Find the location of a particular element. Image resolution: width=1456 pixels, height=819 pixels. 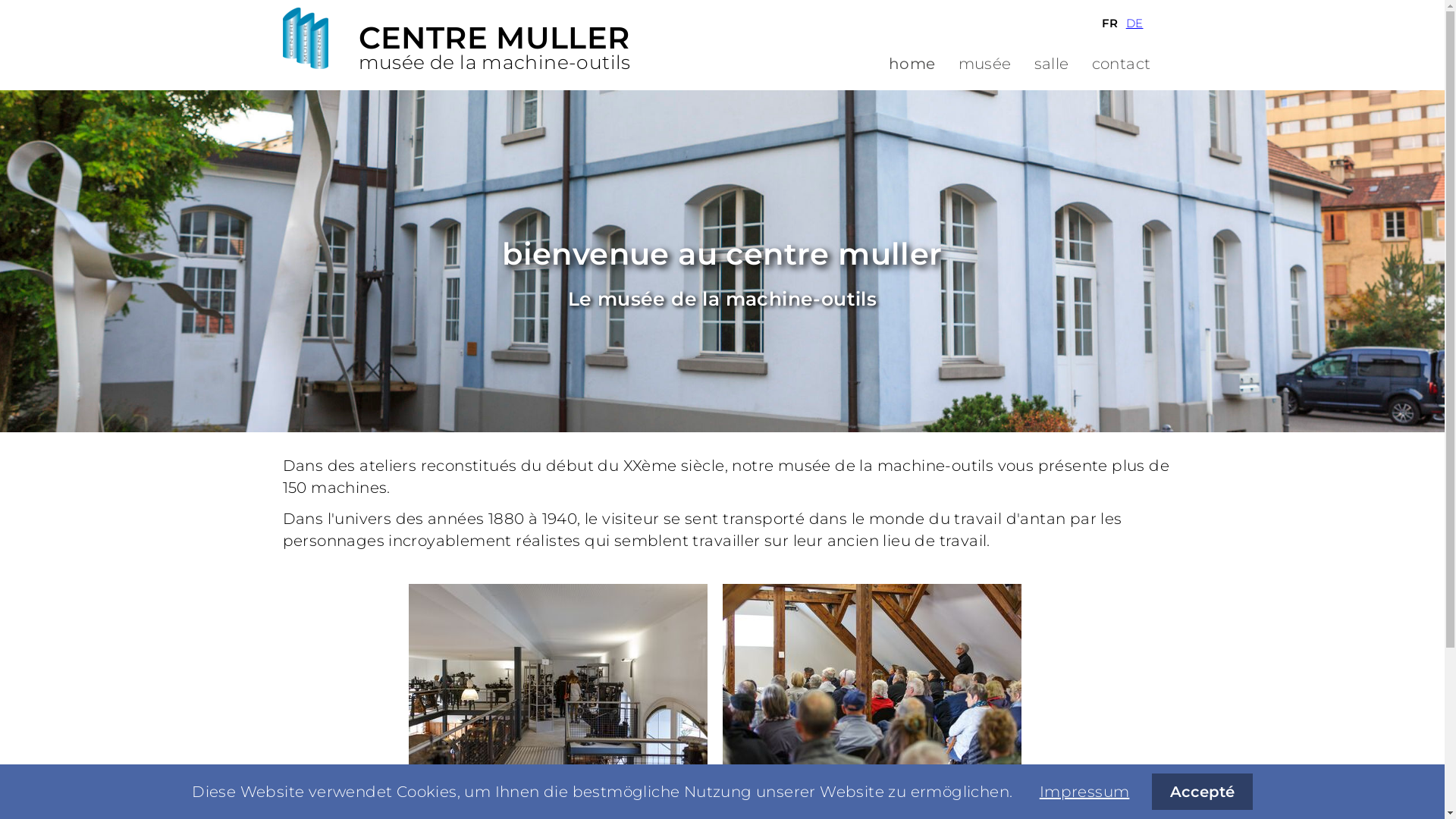

'contact' is located at coordinates (1140, 800).